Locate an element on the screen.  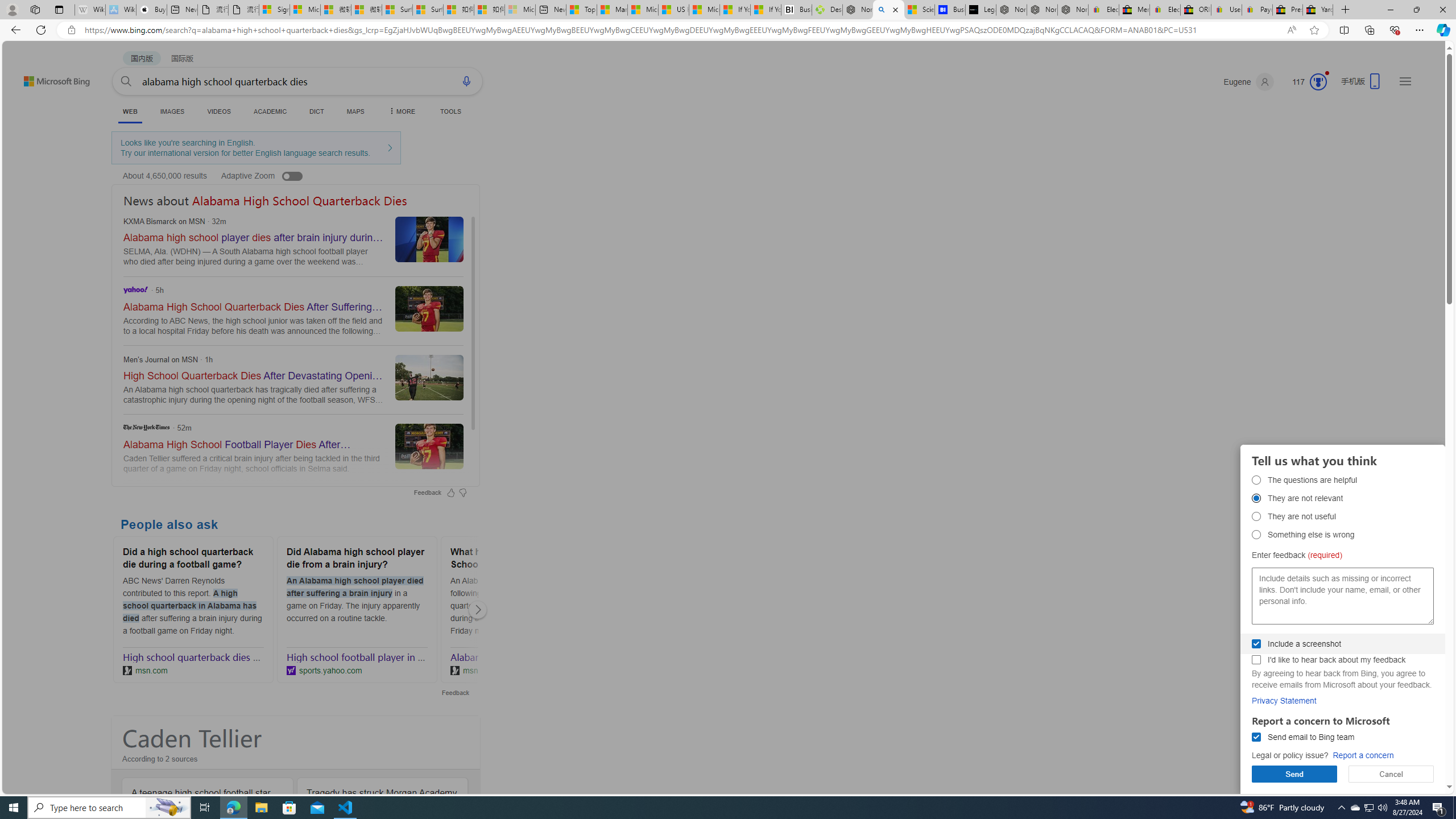
'Press Room - eBay Inc.' is located at coordinates (1287, 9).